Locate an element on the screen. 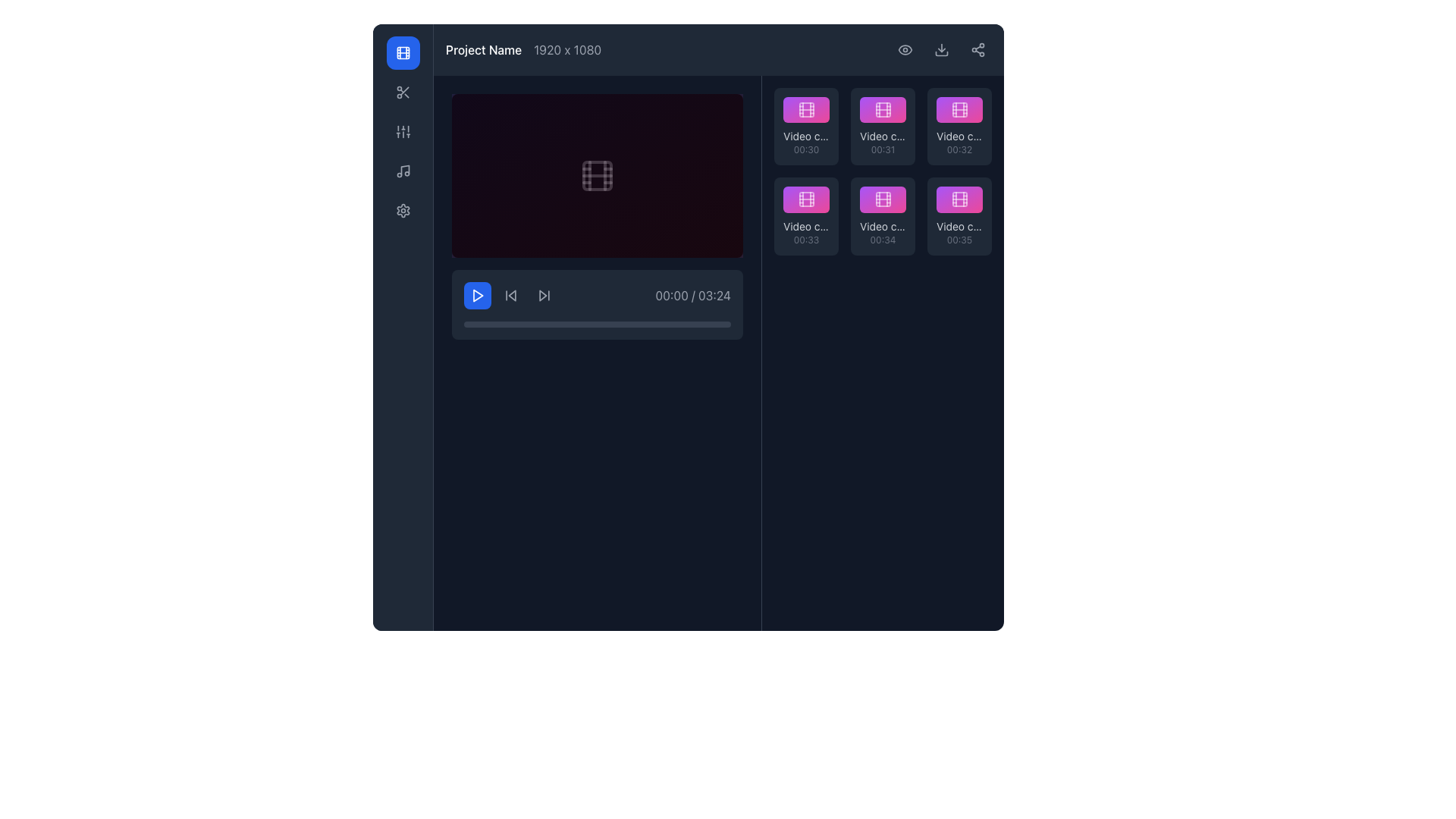 The height and width of the screenshot is (819, 1456). the download button located at the top-right corner of the interface, which is the second button from the right in a row of three buttons is located at coordinates (941, 49).